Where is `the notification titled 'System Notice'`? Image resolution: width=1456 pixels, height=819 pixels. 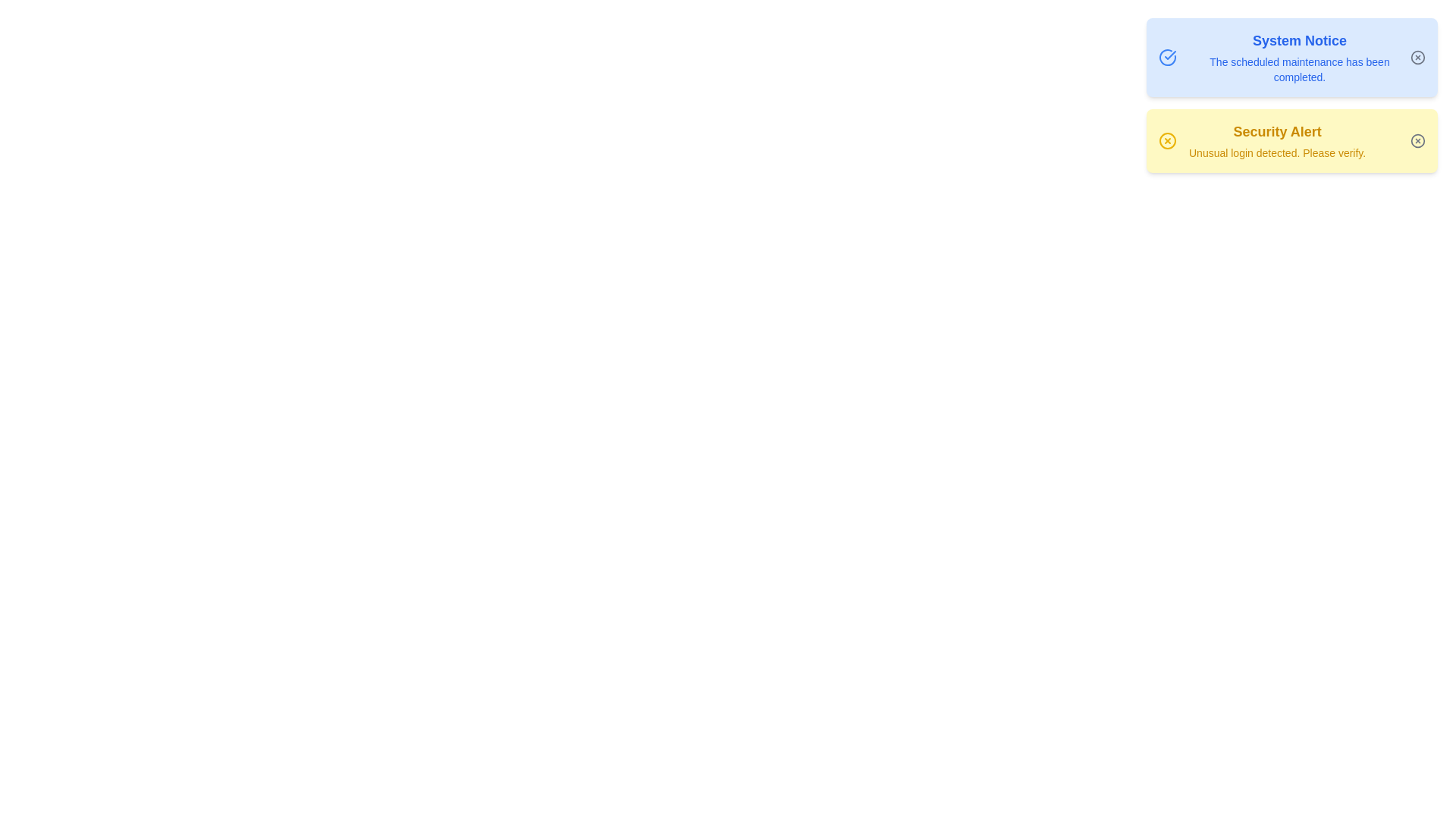
the notification titled 'System Notice' is located at coordinates (1291, 57).